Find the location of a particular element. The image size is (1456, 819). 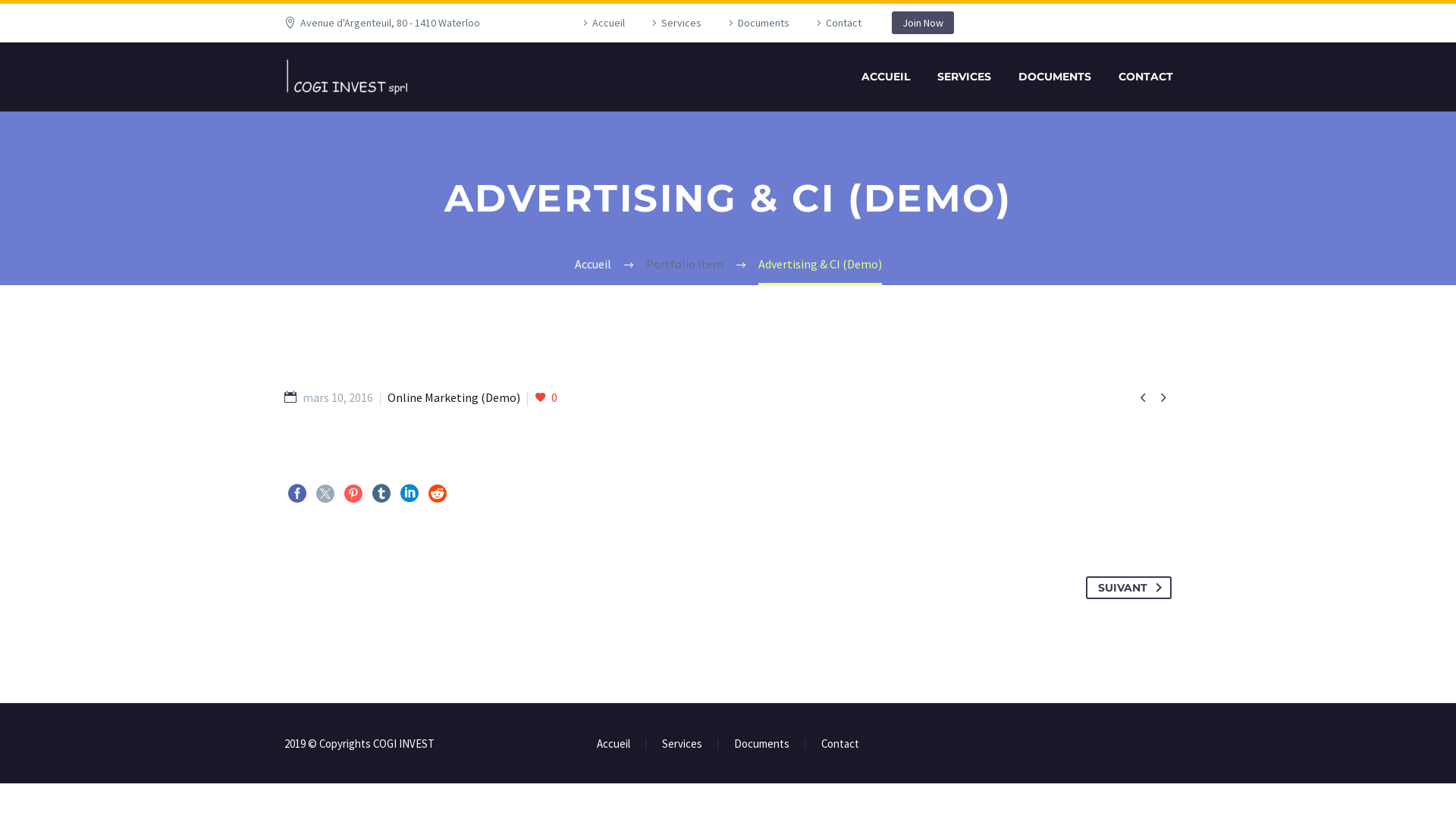

'Reddit' is located at coordinates (428, 494).